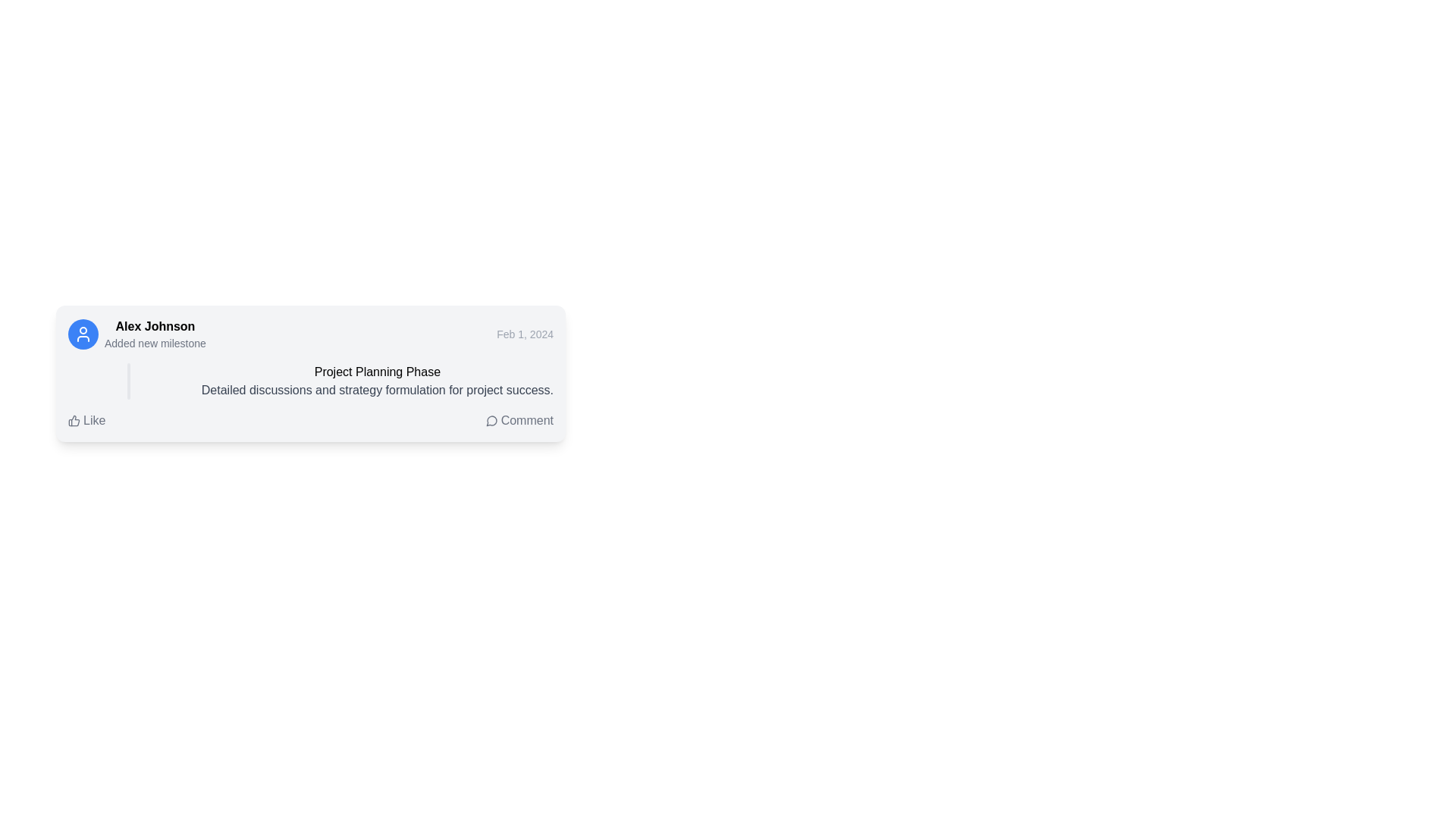 The width and height of the screenshot is (1456, 819). What do you see at coordinates (309, 380) in the screenshot?
I see `the informational Text block located beneath the heading 'Alex Johnson' and the date 'Feb 1, 2024', which is positioned above the 'Like' and 'Comment' buttons` at bounding box center [309, 380].